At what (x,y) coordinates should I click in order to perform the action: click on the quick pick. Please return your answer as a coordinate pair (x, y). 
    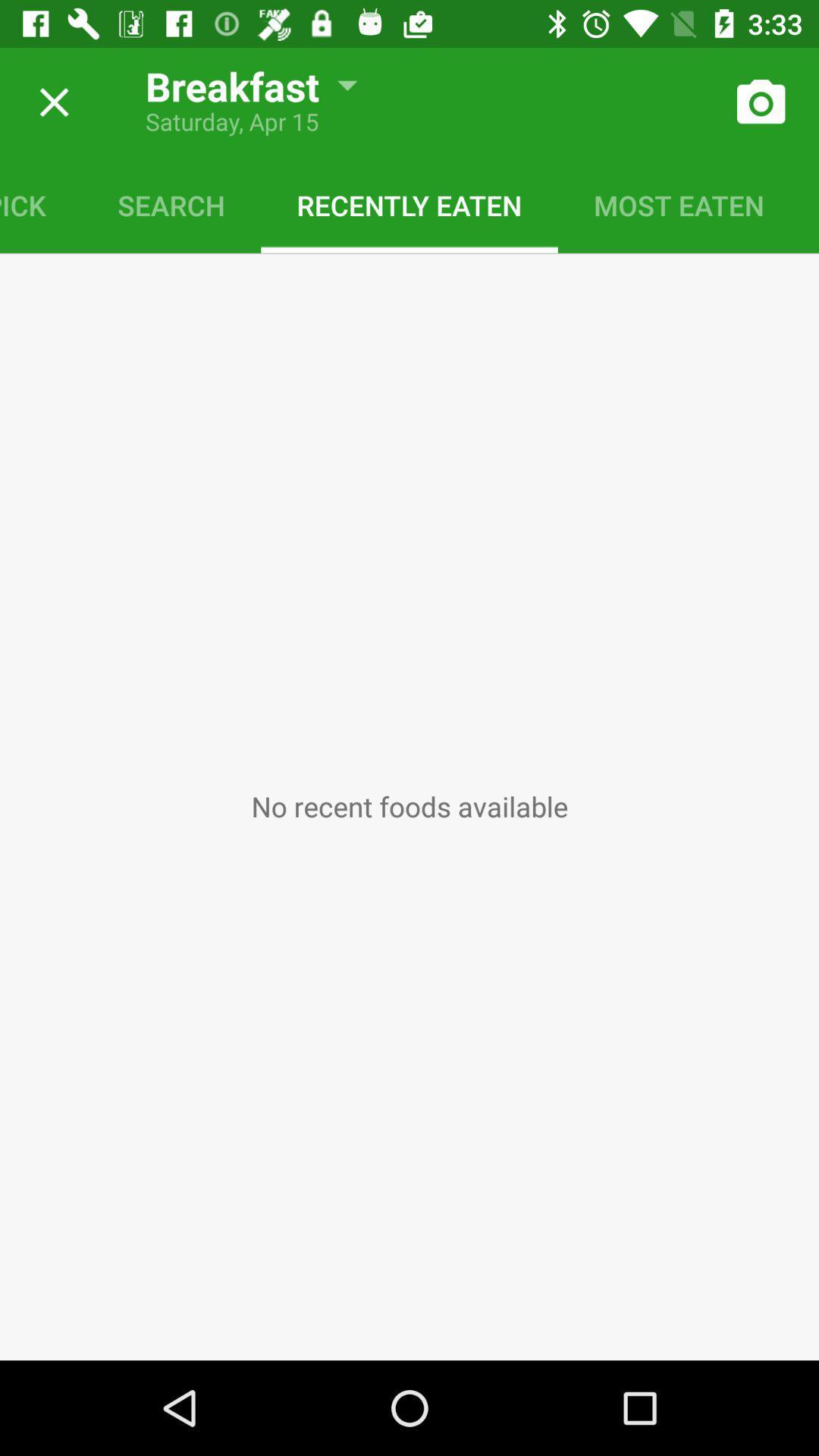
    Looking at the image, I should click on (40, 204).